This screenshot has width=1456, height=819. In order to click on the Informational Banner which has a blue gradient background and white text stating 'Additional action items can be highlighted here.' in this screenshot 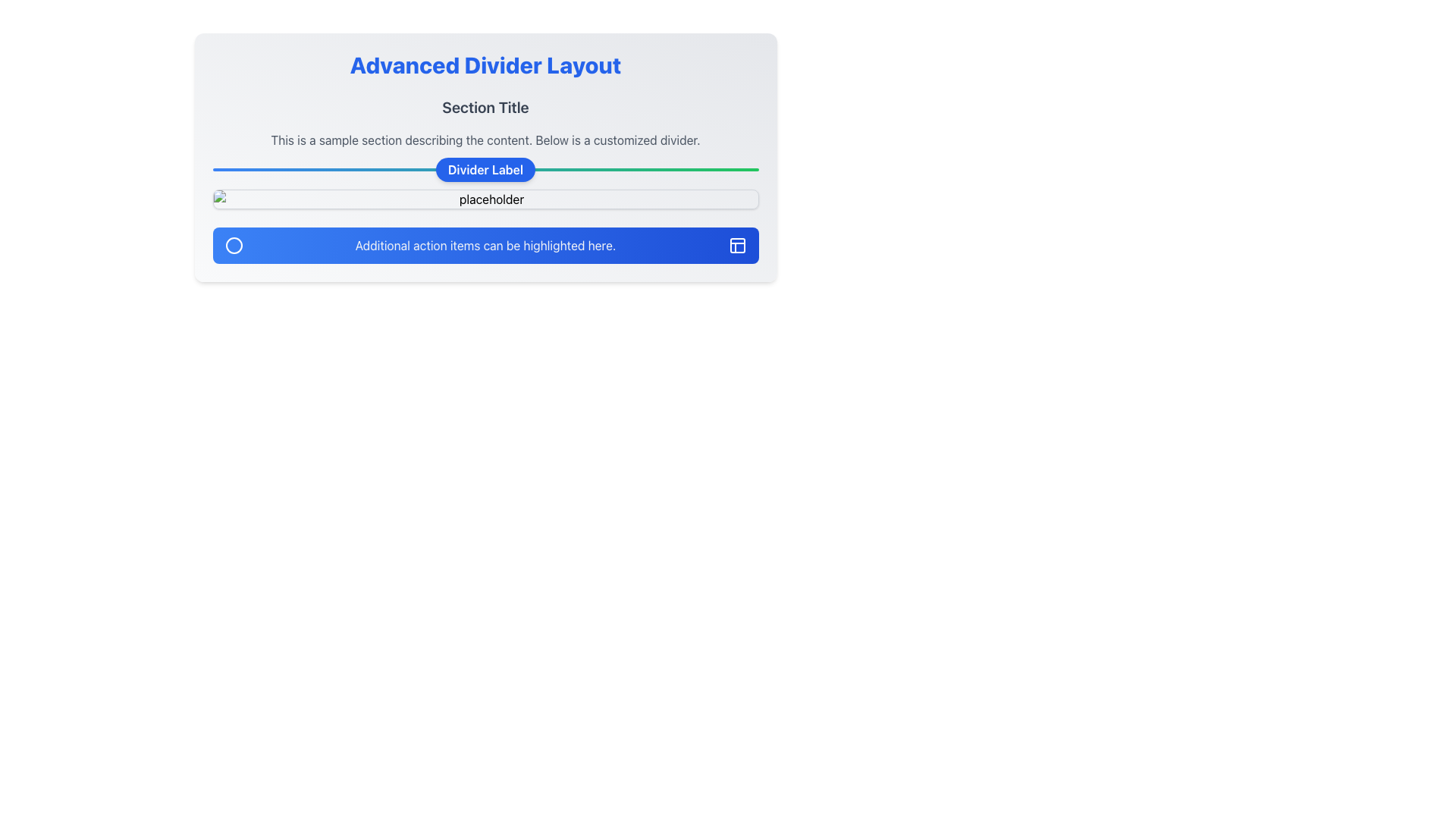, I will do `click(485, 245)`.